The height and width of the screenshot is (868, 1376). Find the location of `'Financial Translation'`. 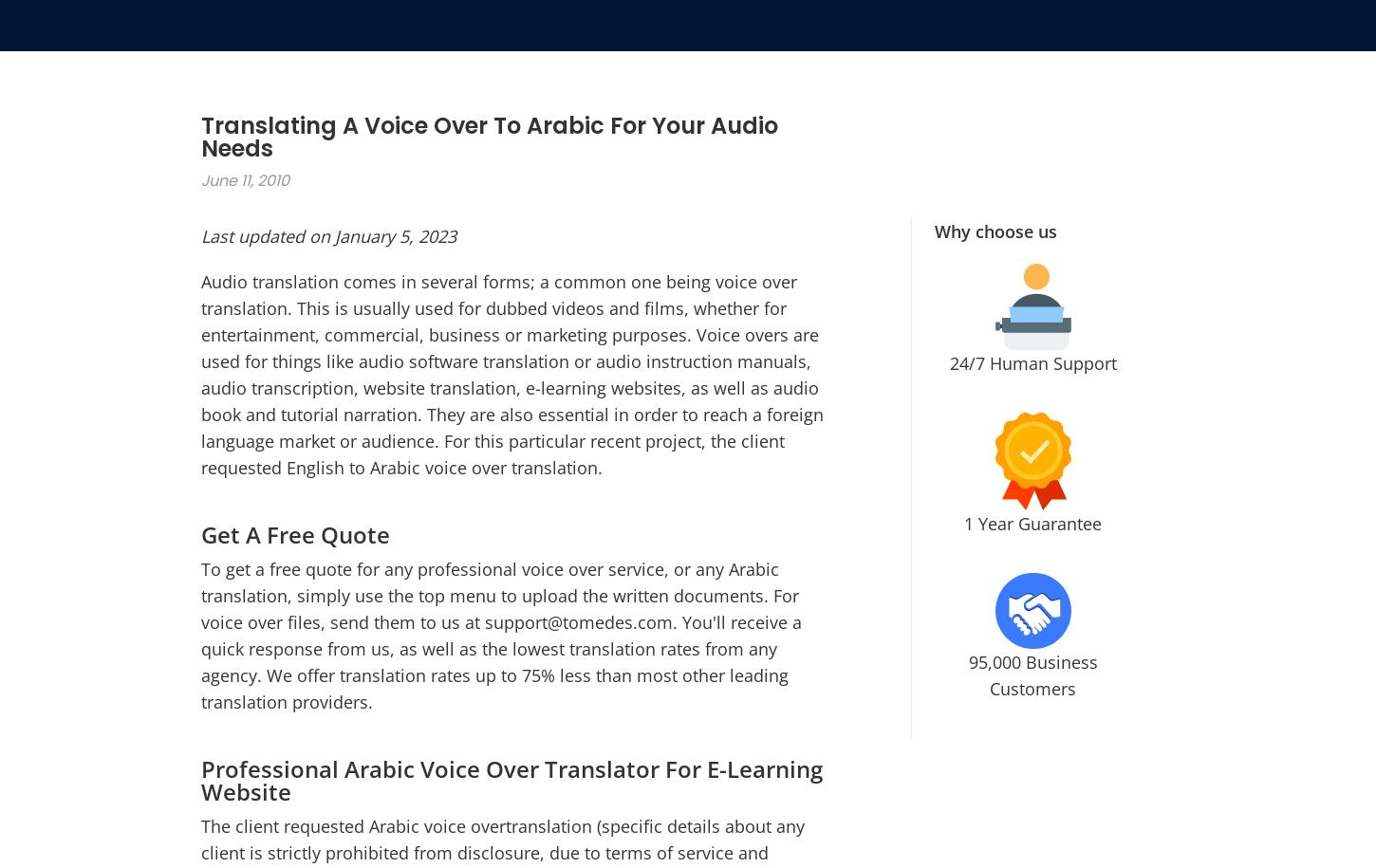

'Financial Translation' is located at coordinates (530, 452).